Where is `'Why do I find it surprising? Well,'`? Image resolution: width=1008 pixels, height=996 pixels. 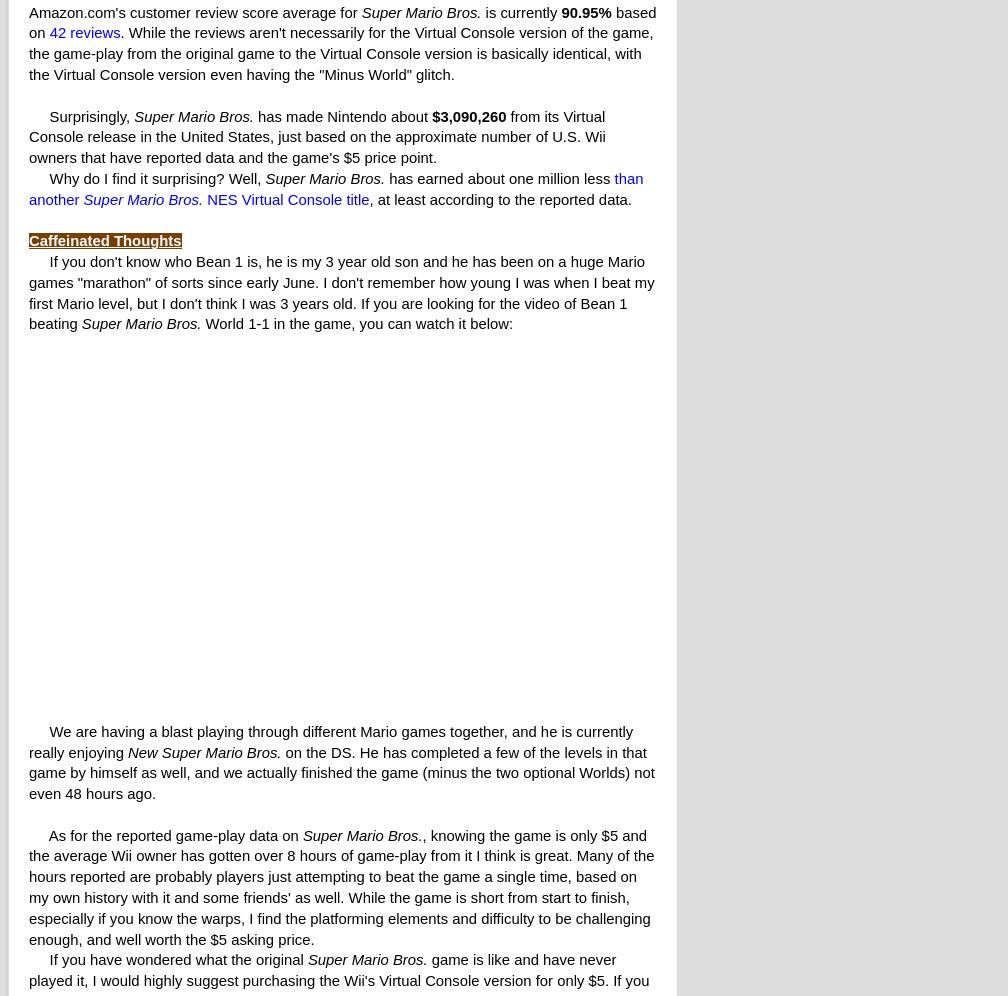 'Why do I find it surprising? Well,' is located at coordinates (146, 177).